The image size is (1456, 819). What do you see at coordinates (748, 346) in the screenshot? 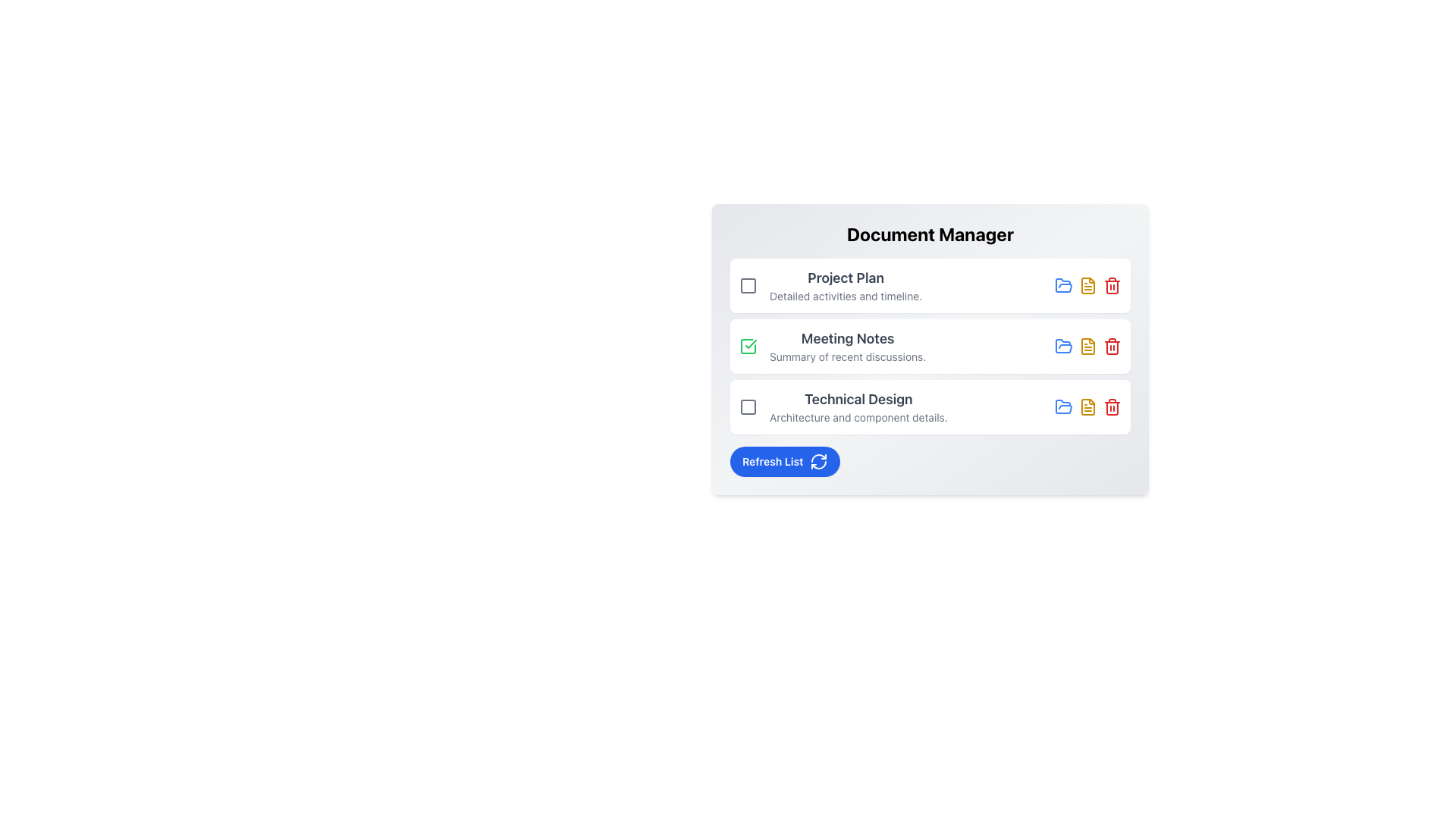
I see `the checkbox located at the beginning of the 'Meeting Notes' section` at bounding box center [748, 346].